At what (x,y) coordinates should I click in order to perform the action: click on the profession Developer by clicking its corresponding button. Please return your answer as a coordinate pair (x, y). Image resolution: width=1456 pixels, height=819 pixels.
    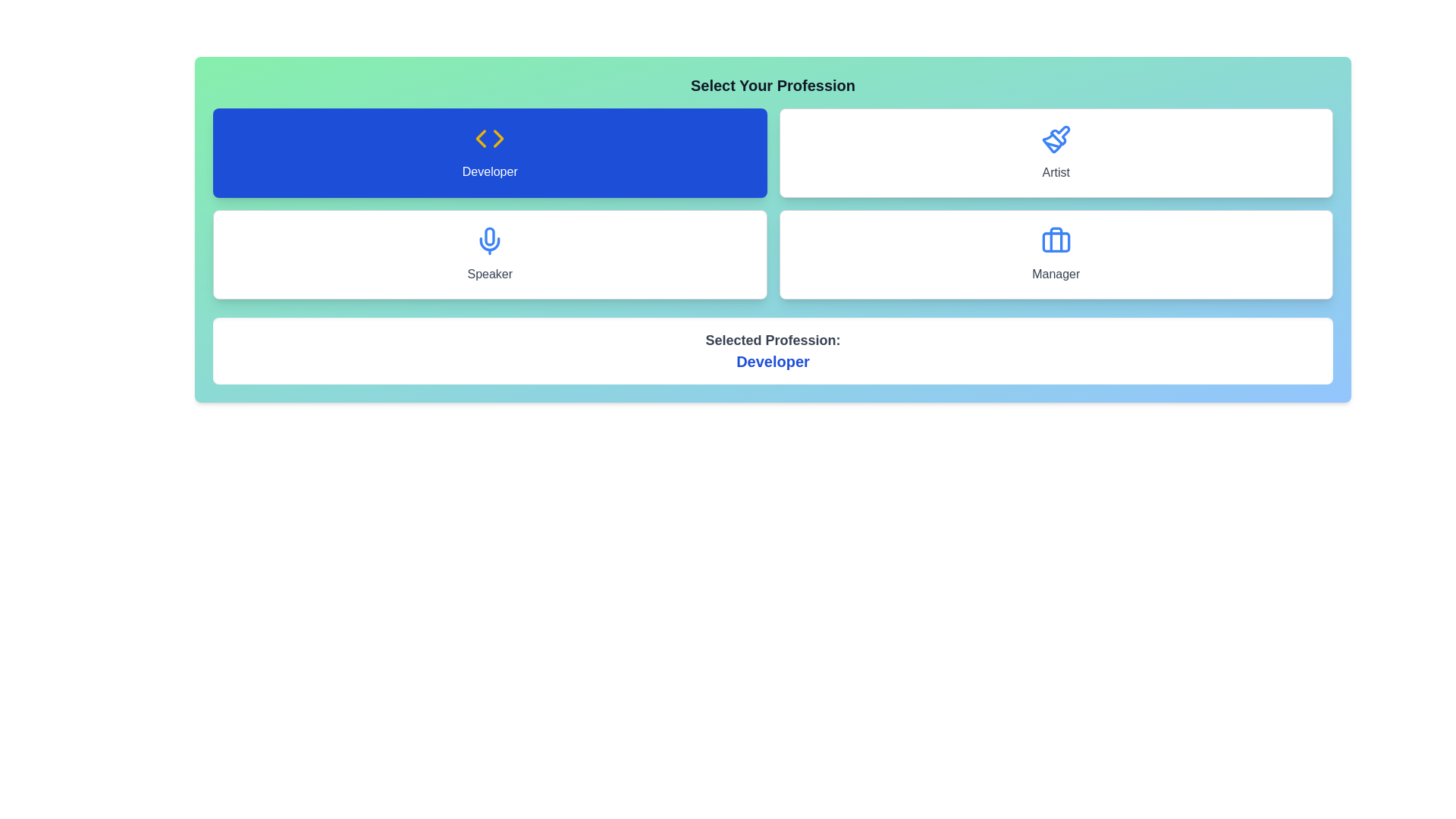
    Looking at the image, I should click on (490, 152).